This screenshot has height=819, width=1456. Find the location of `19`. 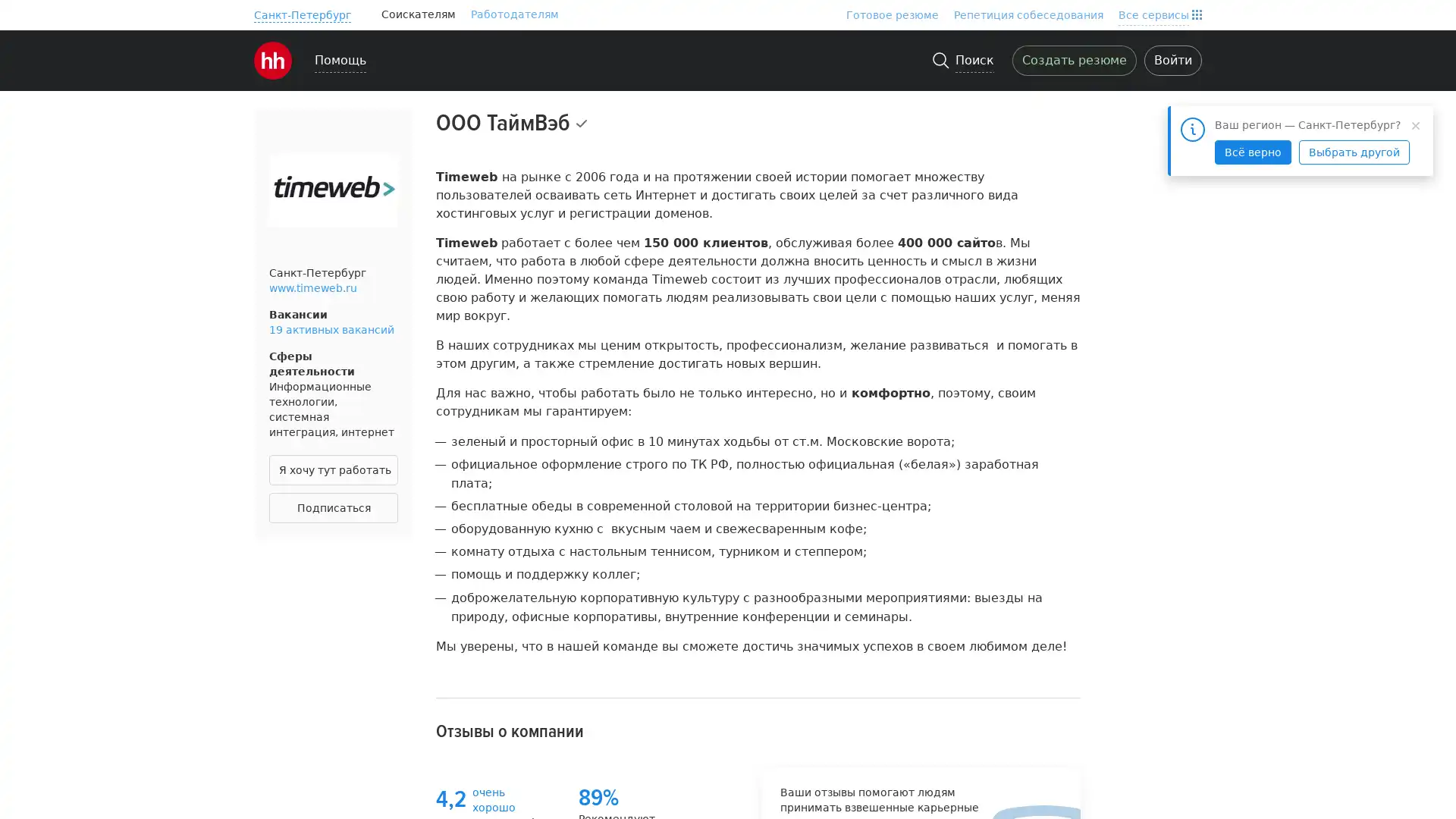

19 is located at coordinates (596, 158).